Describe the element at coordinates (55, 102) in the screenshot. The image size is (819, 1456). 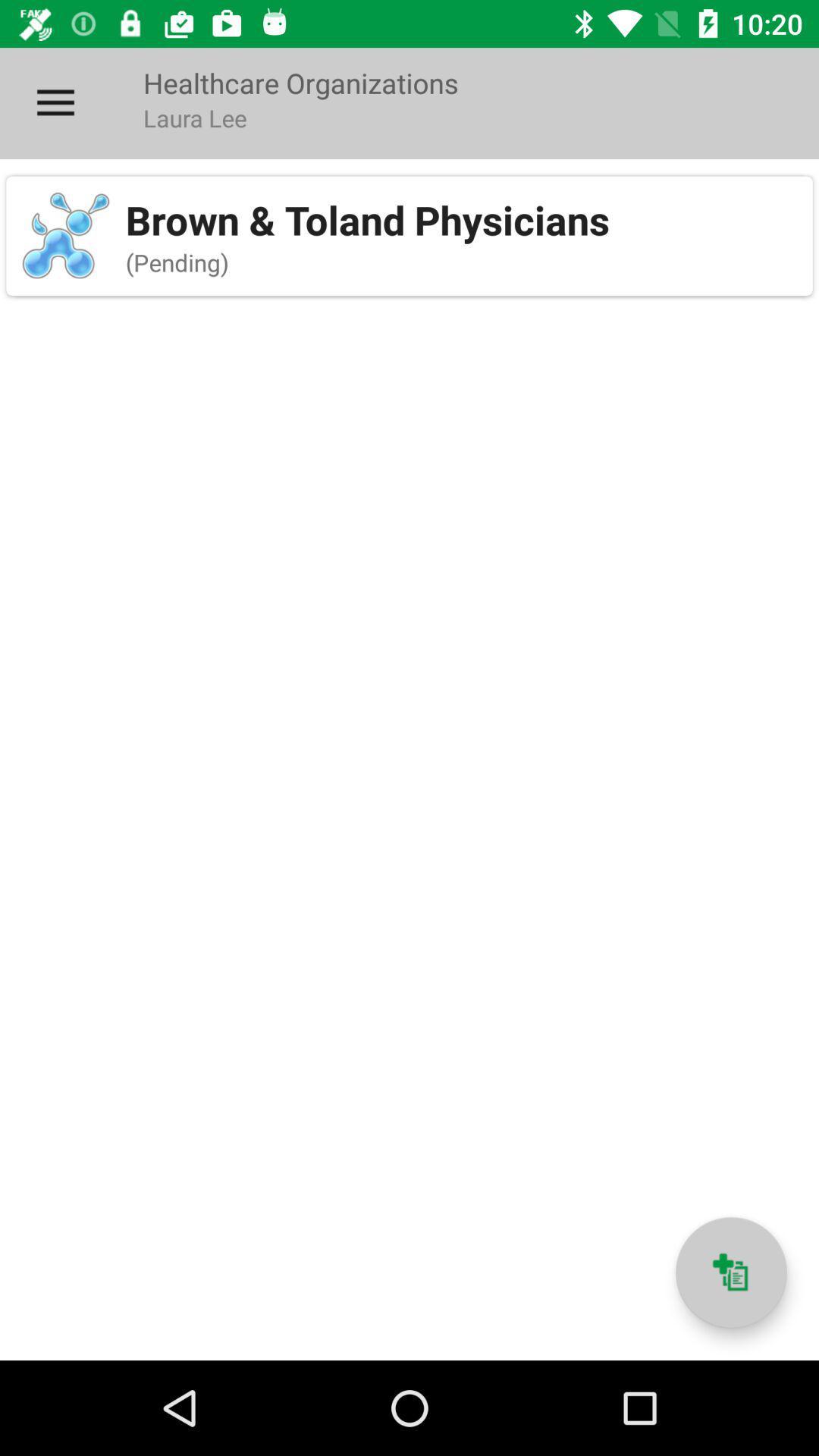
I see `the icon to the left of the healthcare organizations item` at that location.